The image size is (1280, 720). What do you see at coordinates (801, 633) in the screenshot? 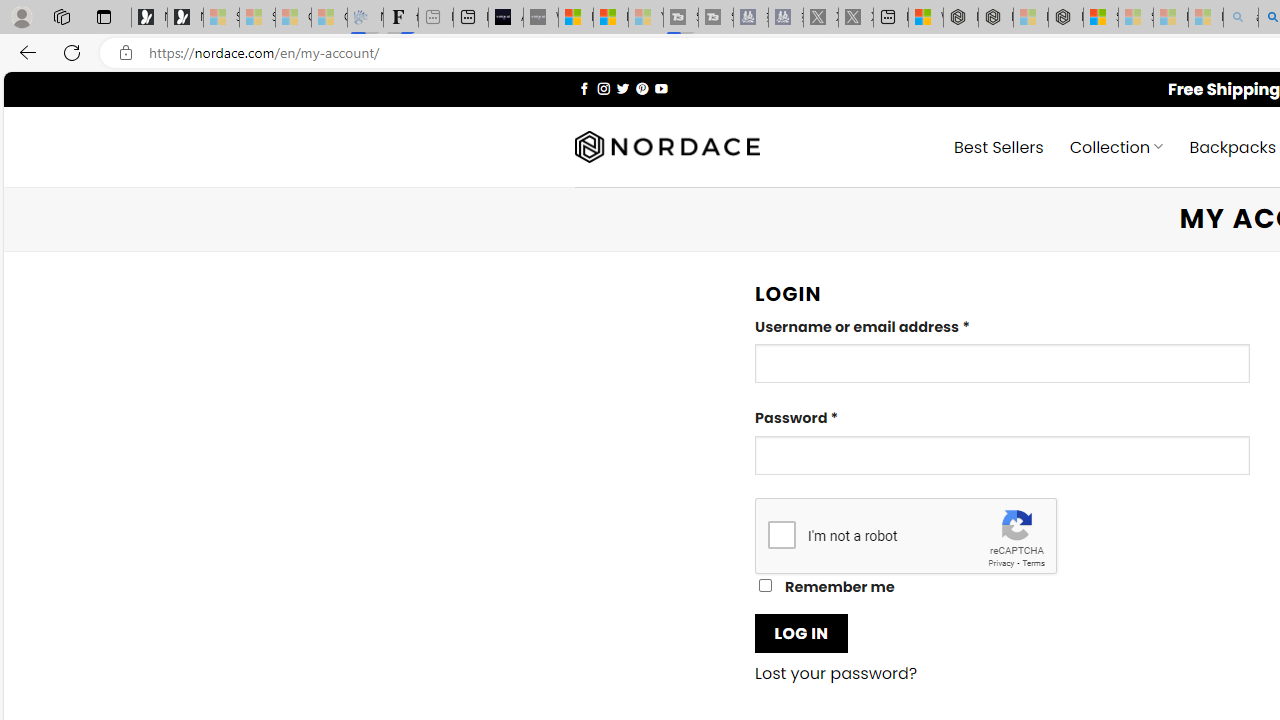
I see `'LOG IN'` at bounding box center [801, 633].